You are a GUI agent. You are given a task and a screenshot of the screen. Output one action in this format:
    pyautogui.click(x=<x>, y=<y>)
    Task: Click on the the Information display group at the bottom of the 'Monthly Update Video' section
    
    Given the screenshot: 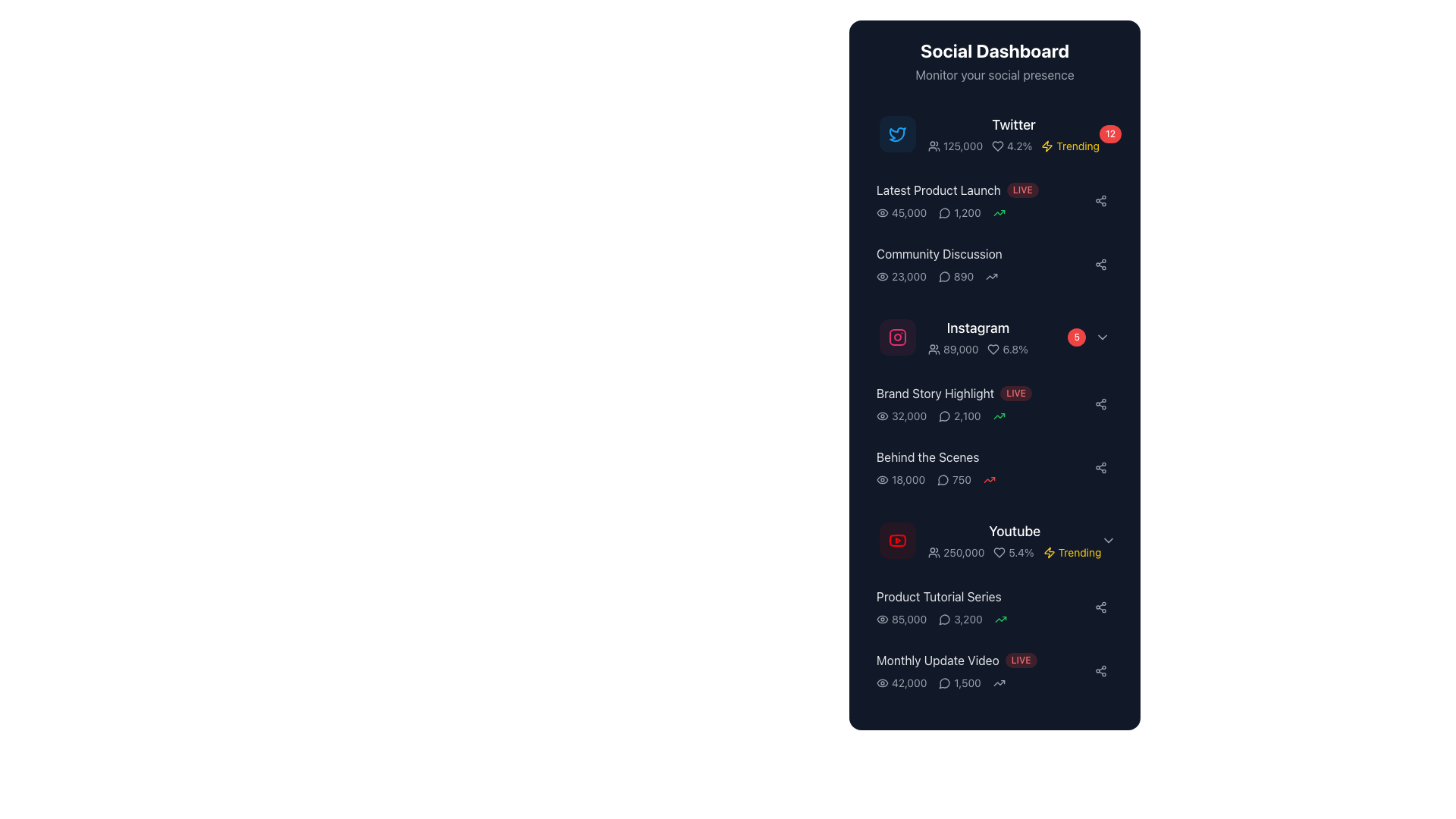 What is the action you would take?
    pyautogui.click(x=983, y=683)
    